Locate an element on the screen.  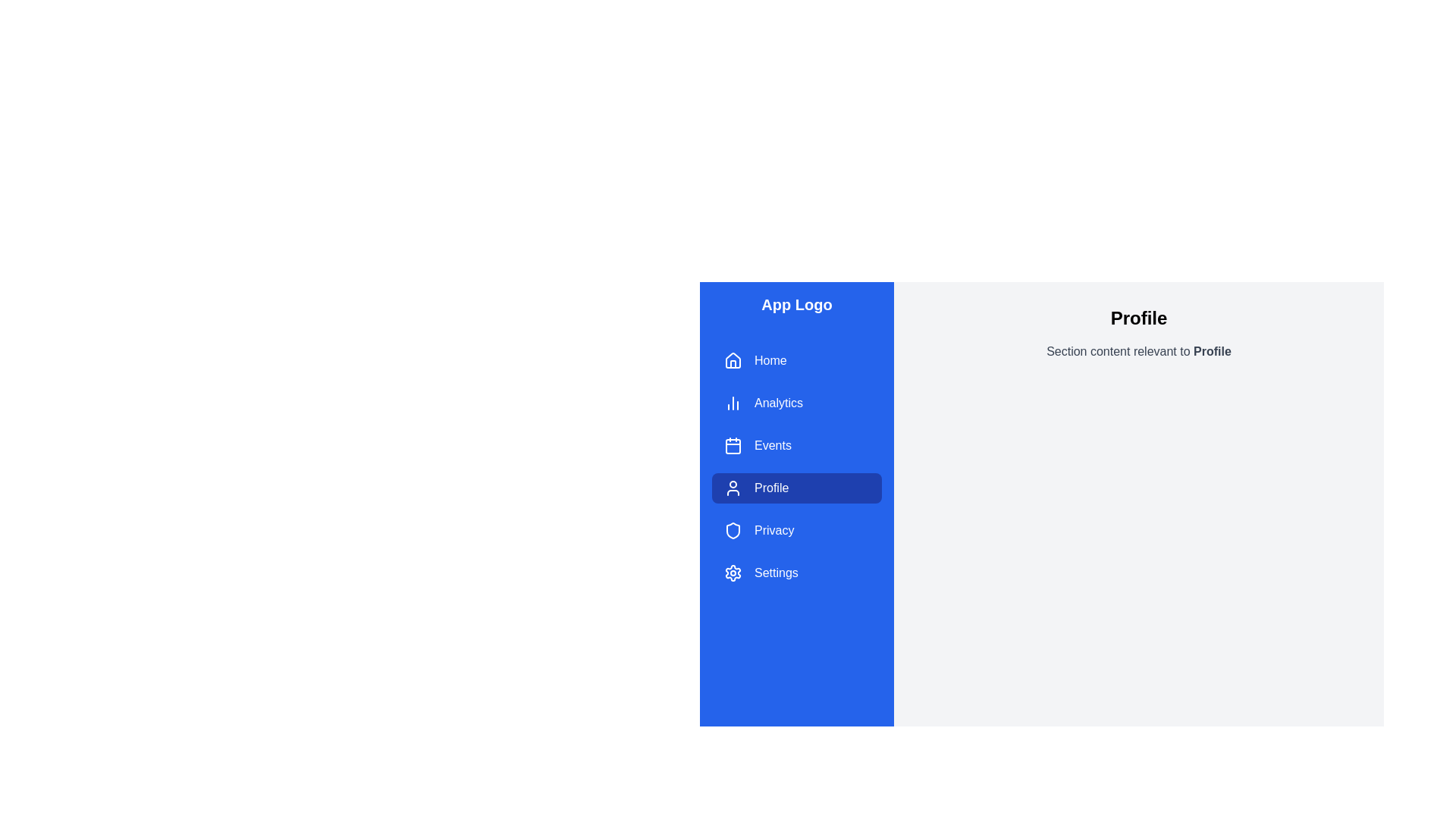
the shield-shaped SVG icon next to the 'Privacy' label in the vertical navigation menu is located at coordinates (733, 529).